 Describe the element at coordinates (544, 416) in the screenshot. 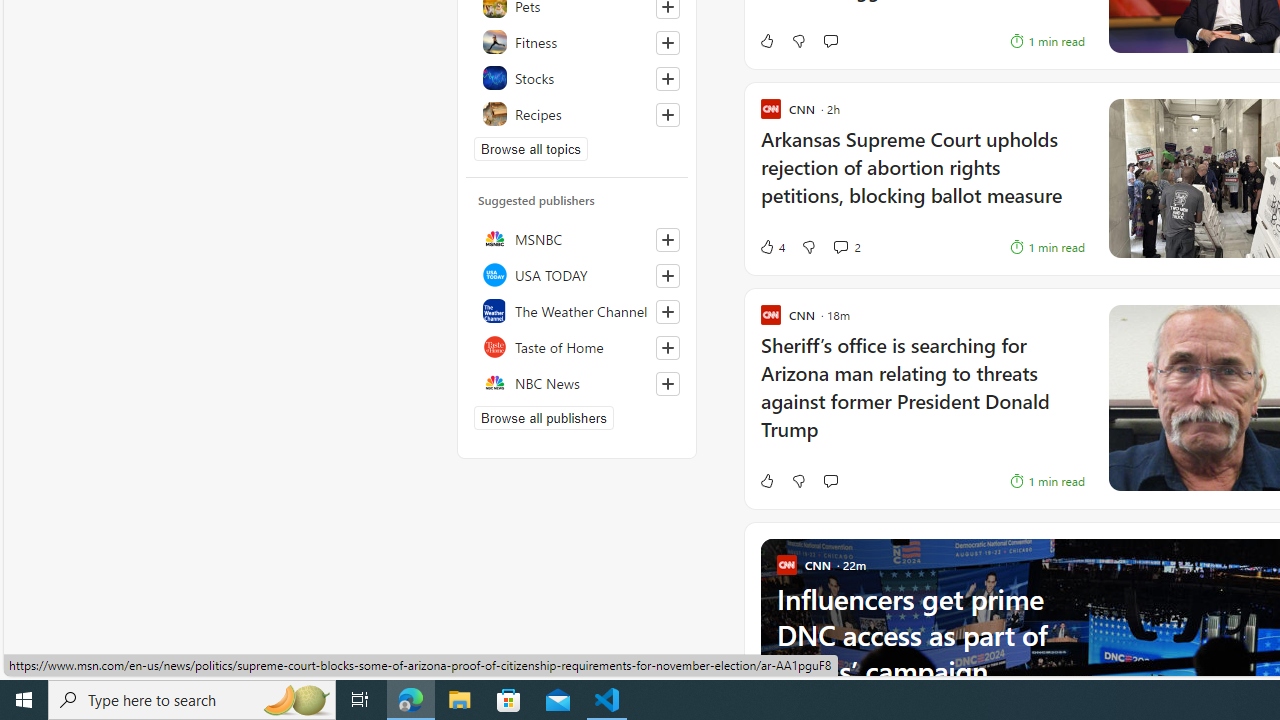

I see `'Browse all publishers'` at that location.